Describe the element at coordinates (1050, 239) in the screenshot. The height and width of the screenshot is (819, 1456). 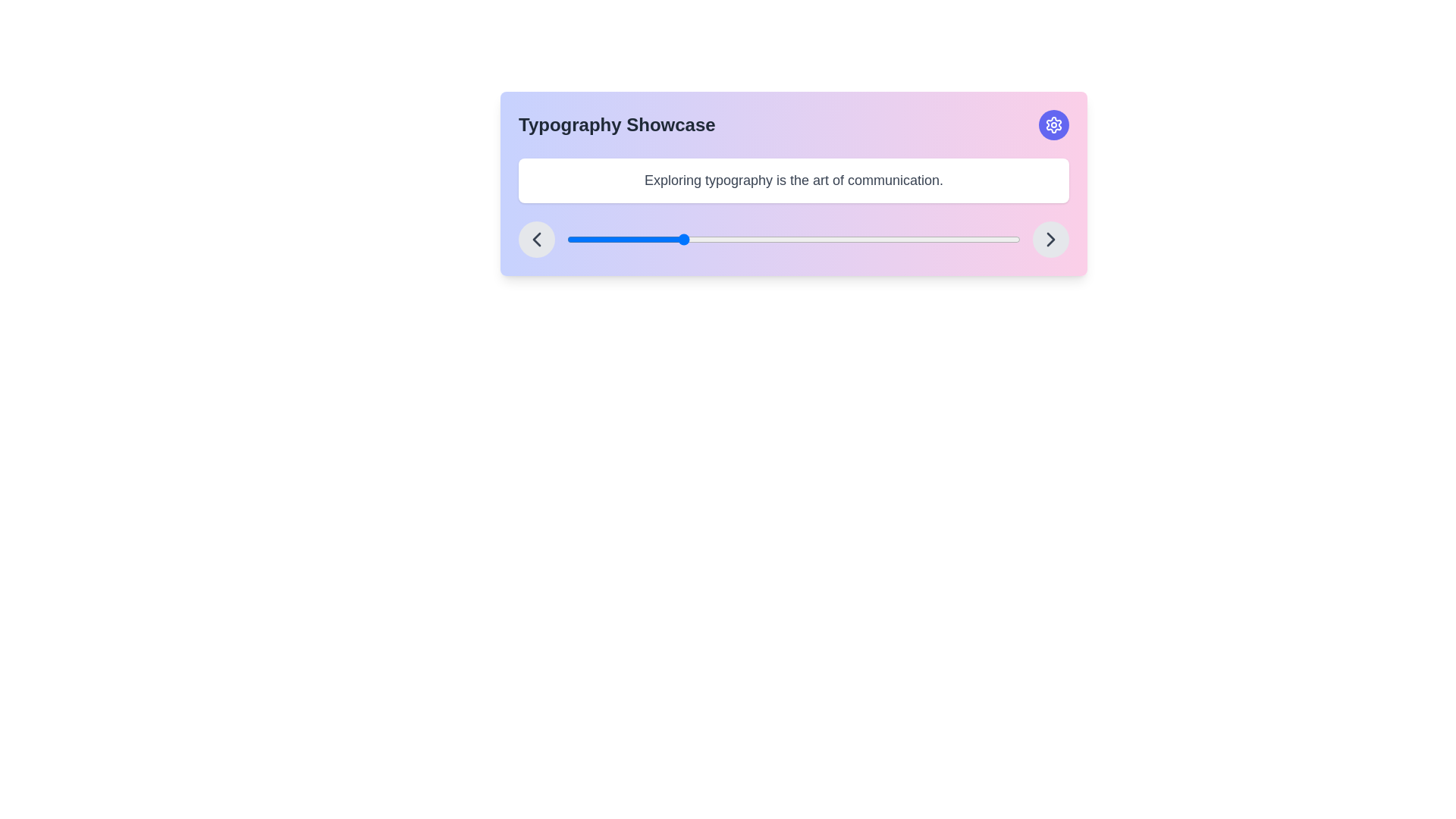
I see `the circular button with a light gray background and a black chevron pointing to the right` at that location.